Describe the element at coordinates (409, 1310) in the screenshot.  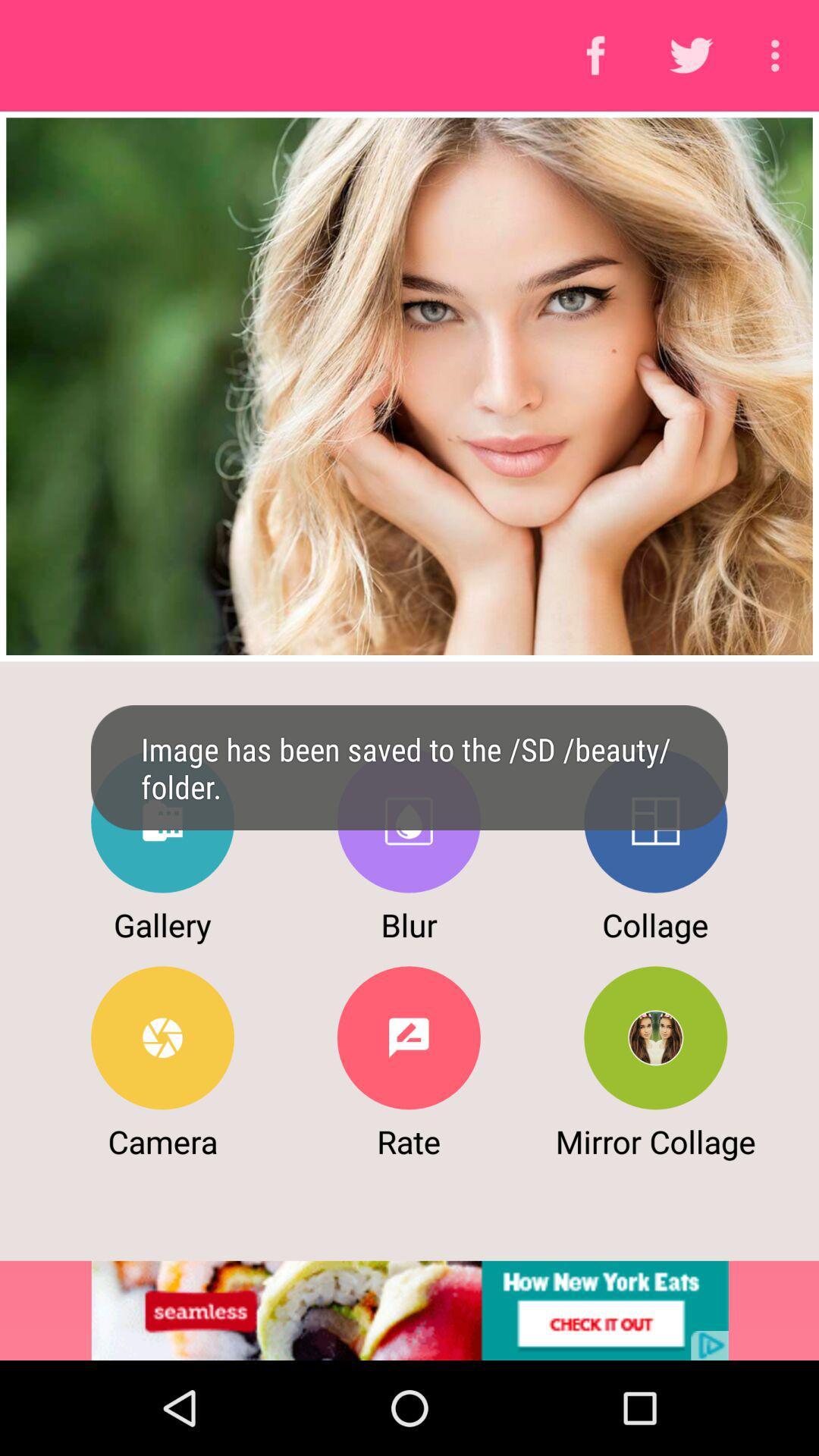
I see `to view add` at that location.